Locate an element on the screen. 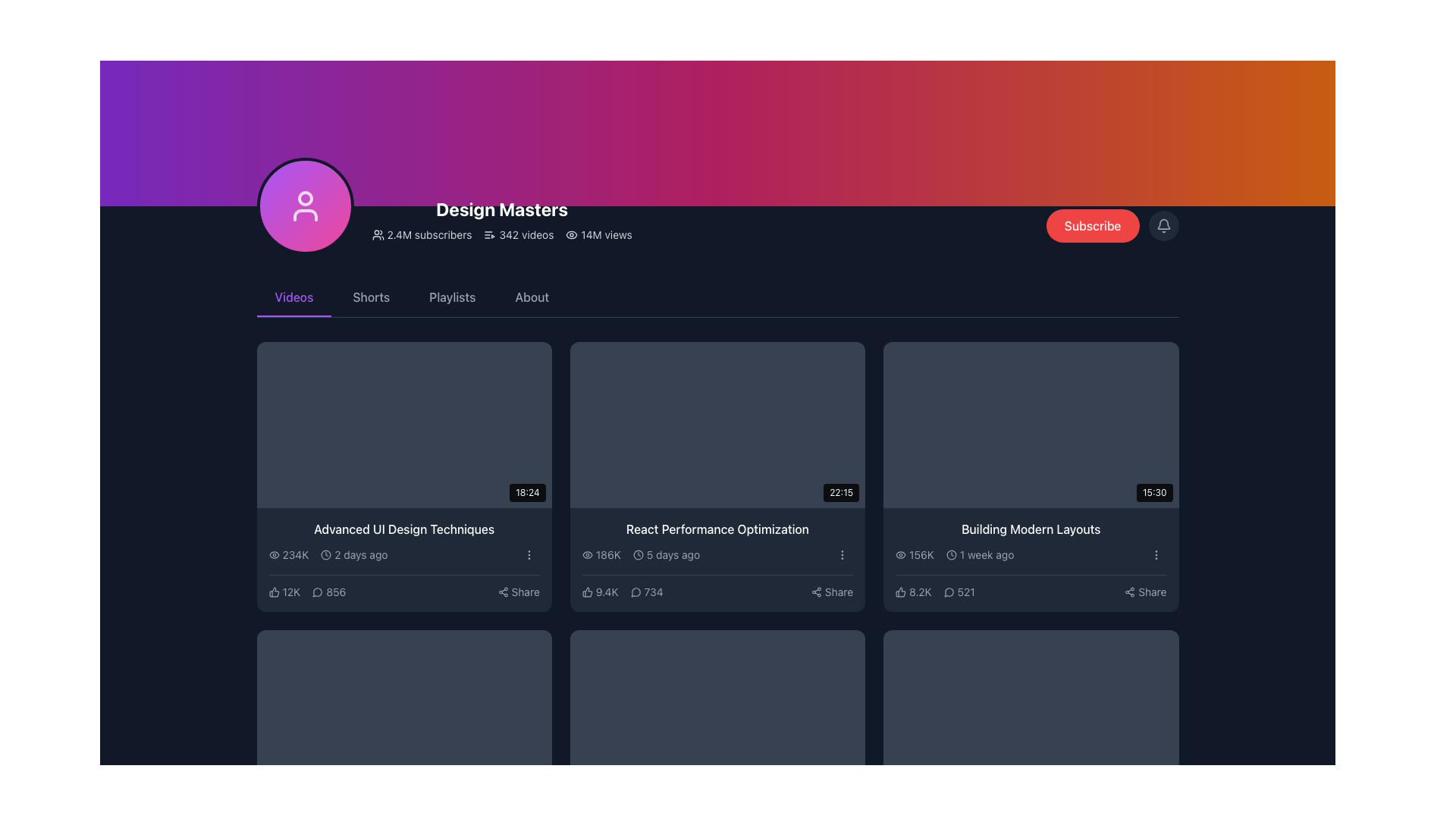 The height and width of the screenshot is (819, 1456). the 'like' icon button located in the video interaction panel below the video titled 'Building Modern Layouts' to express approval for the content is located at coordinates (901, 591).